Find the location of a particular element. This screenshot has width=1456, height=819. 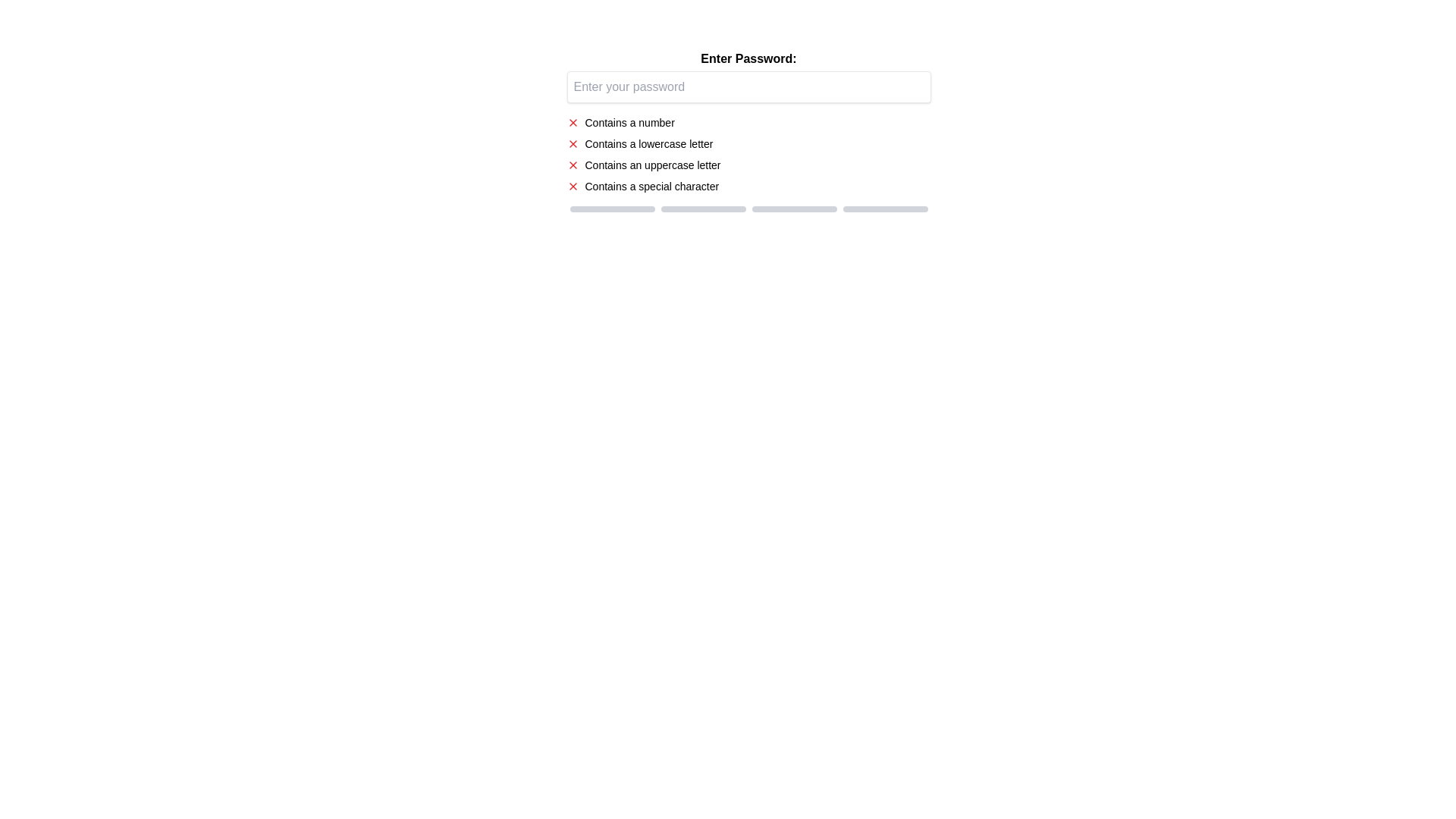

the visual status indicated by the fourth progress segment bar, which is a small, horizontally rectangular bar with rounded corners, styled in light gray color is located at coordinates (885, 209).